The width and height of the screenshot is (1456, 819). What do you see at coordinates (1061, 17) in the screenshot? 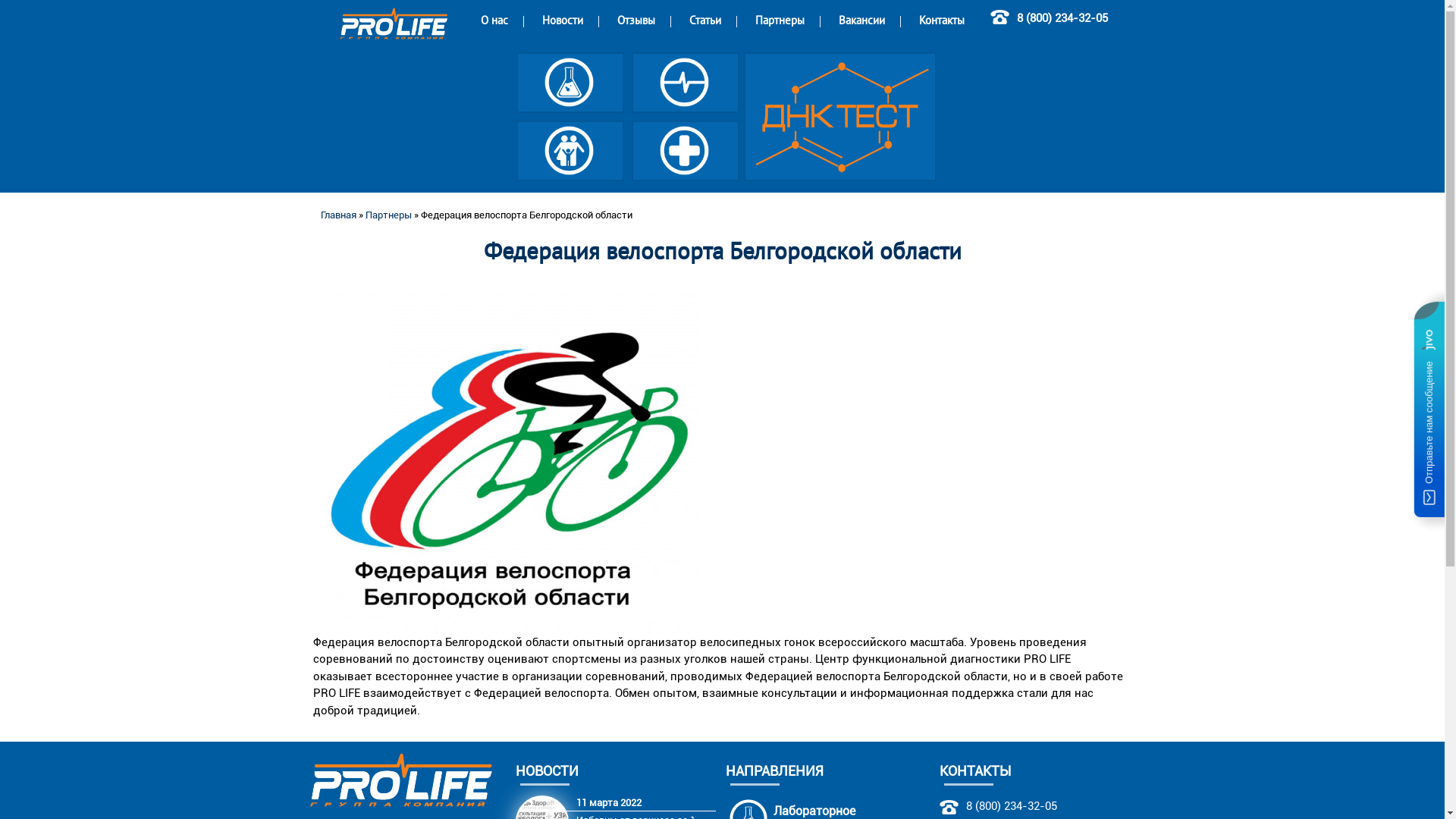
I see `'8 (800) 234-32-05'` at bounding box center [1061, 17].